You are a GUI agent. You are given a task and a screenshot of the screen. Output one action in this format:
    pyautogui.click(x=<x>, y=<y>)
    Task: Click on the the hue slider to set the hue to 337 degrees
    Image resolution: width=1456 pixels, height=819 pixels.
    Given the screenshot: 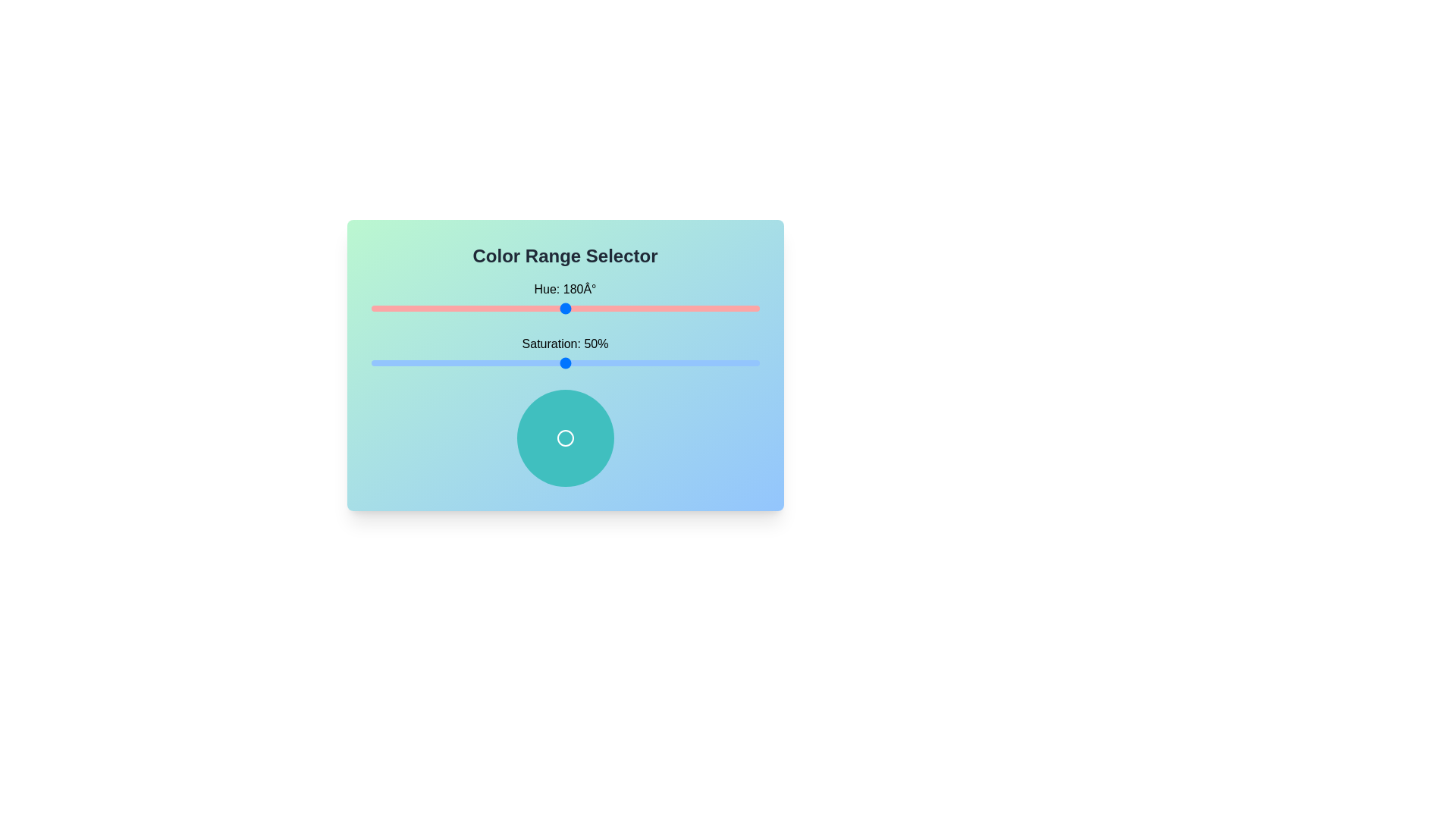 What is the action you would take?
    pyautogui.click(x=734, y=308)
    